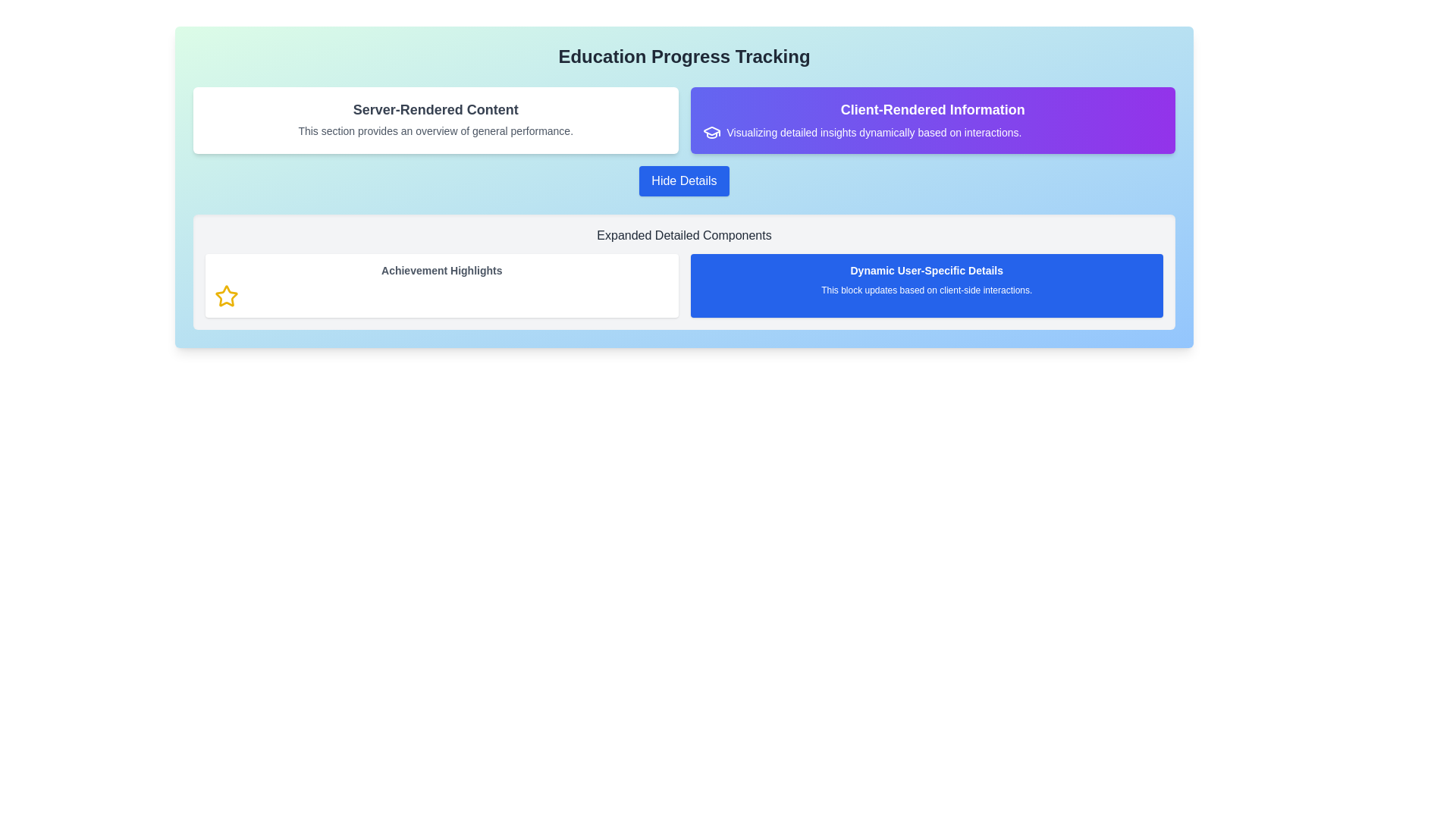 The height and width of the screenshot is (819, 1456). I want to click on the Informational Panel located in the upper-center-right section of the interface, so click(932, 119).